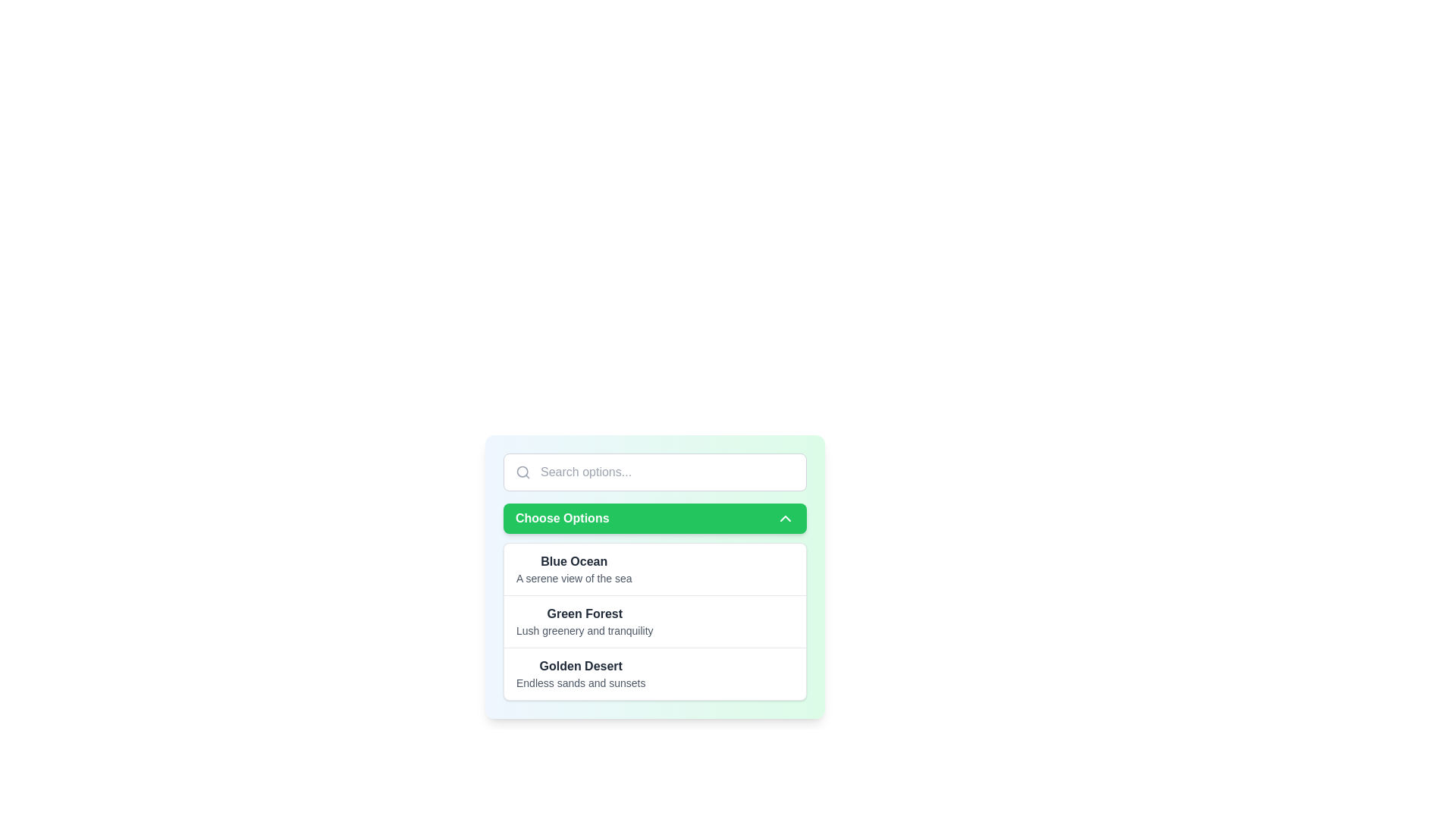 This screenshot has height=819, width=1456. I want to click on the toggle button located below the search bar and above the options list, so click(655, 517).